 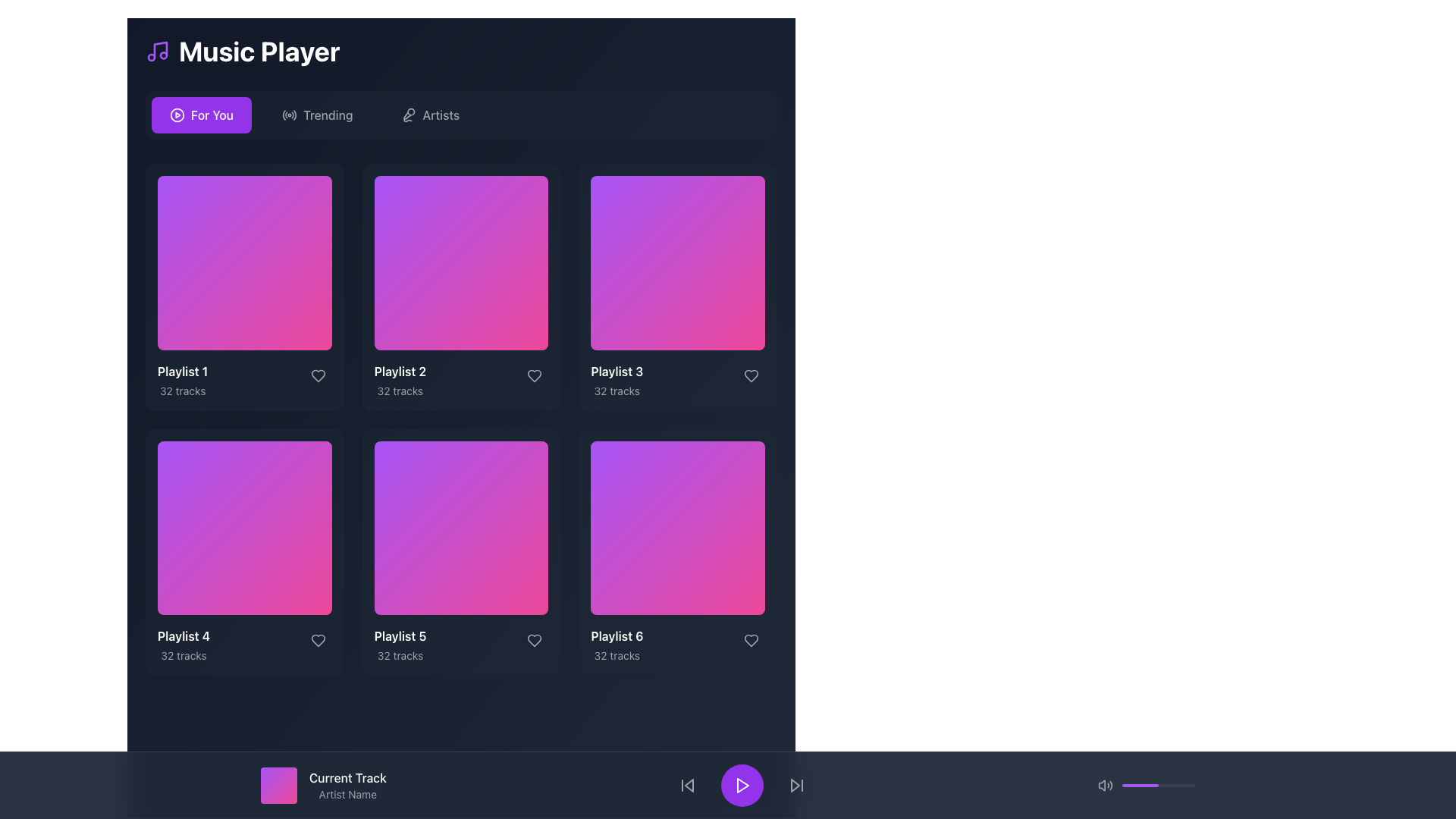 I want to click on the 'favorite' button associated with 'Playlist 2', so click(x=535, y=375).